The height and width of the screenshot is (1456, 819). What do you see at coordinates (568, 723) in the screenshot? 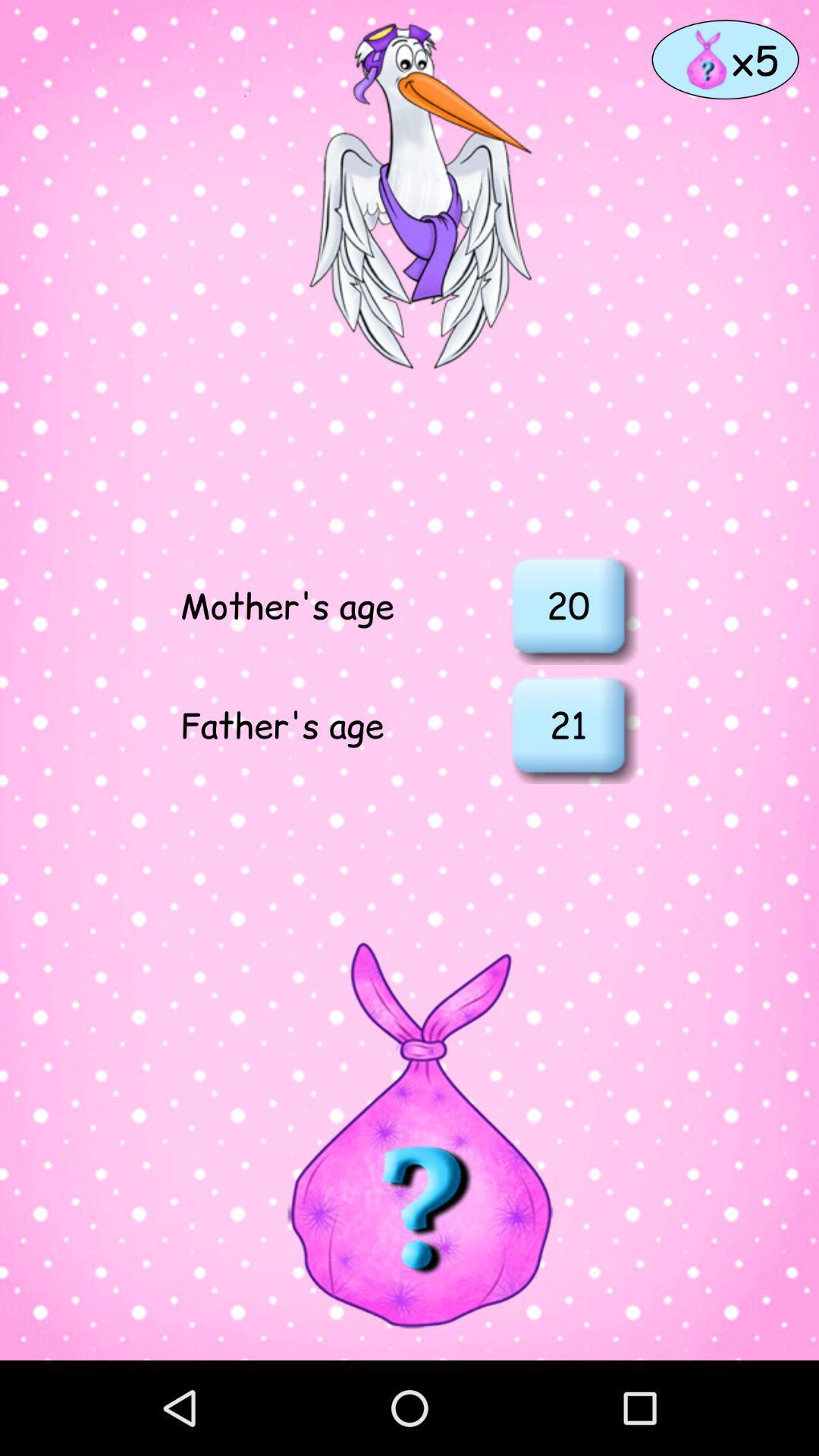
I see `the icon to the right of father's age` at bounding box center [568, 723].